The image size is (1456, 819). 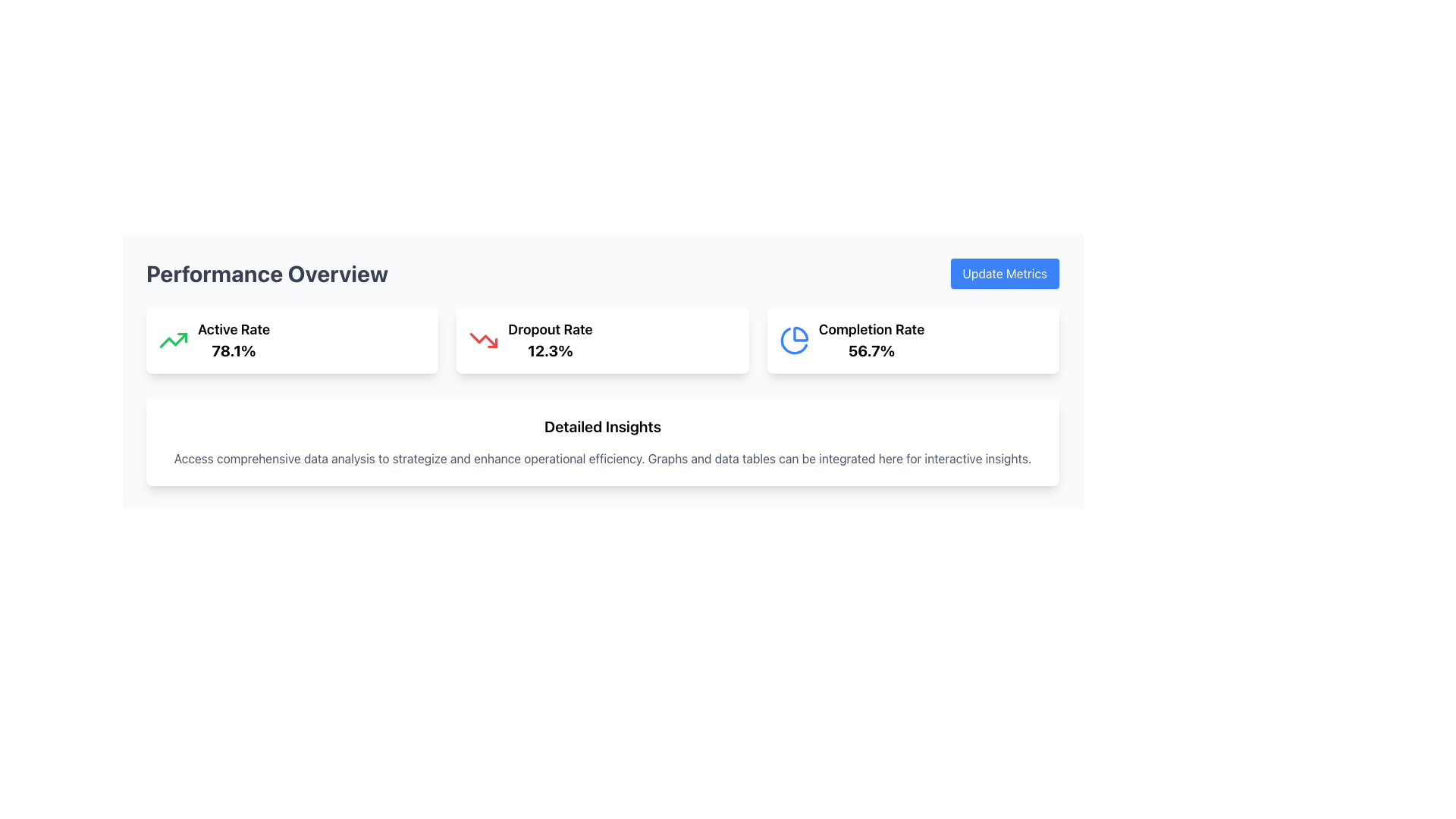 What do you see at coordinates (483, 339) in the screenshot?
I see `the red line graph icon with a downward trend located in the 'Dropout Rate' card, positioned to the left of '12.3%' and 'Dropout Rate'` at bounding box center [483, 339].